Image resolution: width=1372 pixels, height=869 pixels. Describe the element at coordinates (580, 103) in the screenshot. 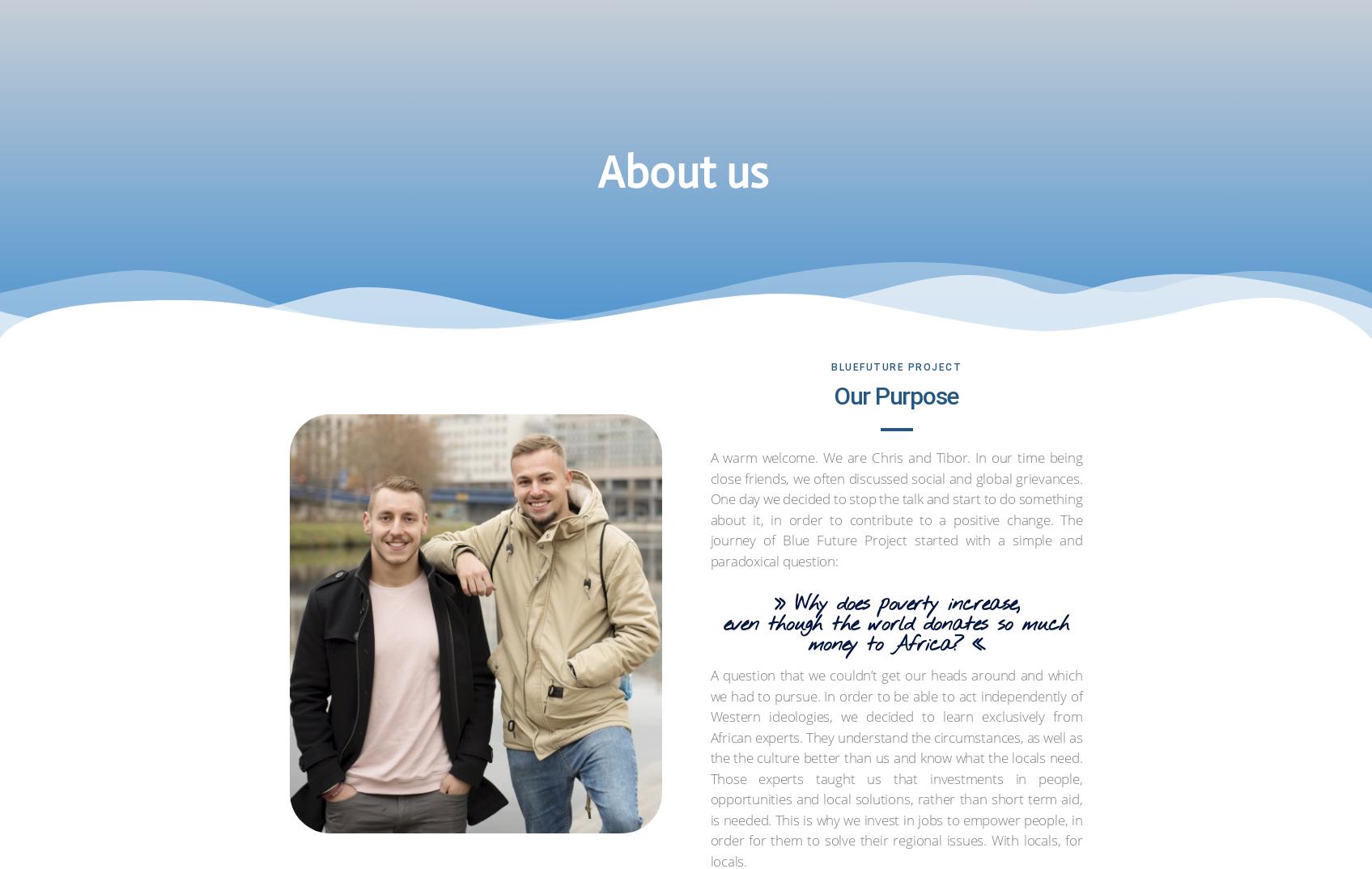

I see `'Voluntary supporters'` at that location.